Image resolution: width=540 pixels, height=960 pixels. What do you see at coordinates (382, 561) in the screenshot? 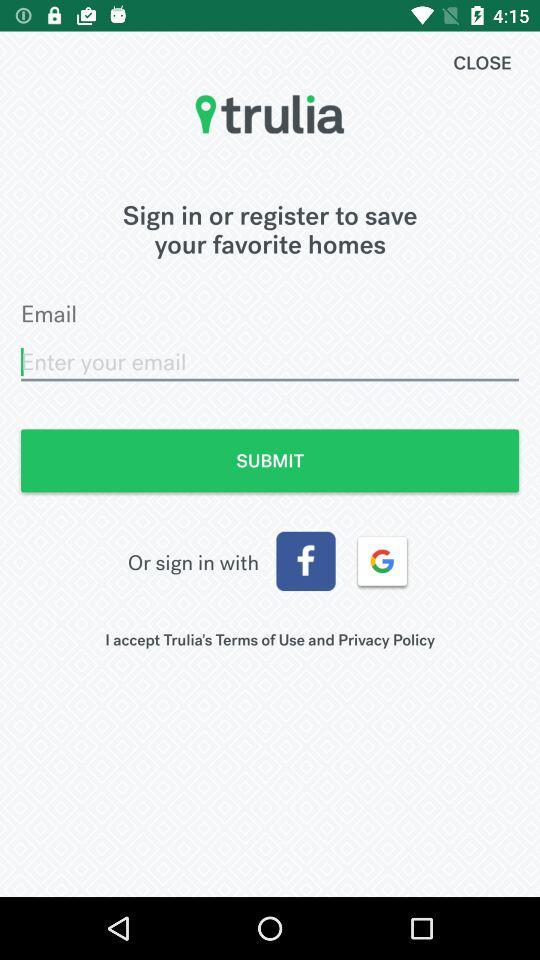
I see `item below submit item` at bounding box center [382, 561].